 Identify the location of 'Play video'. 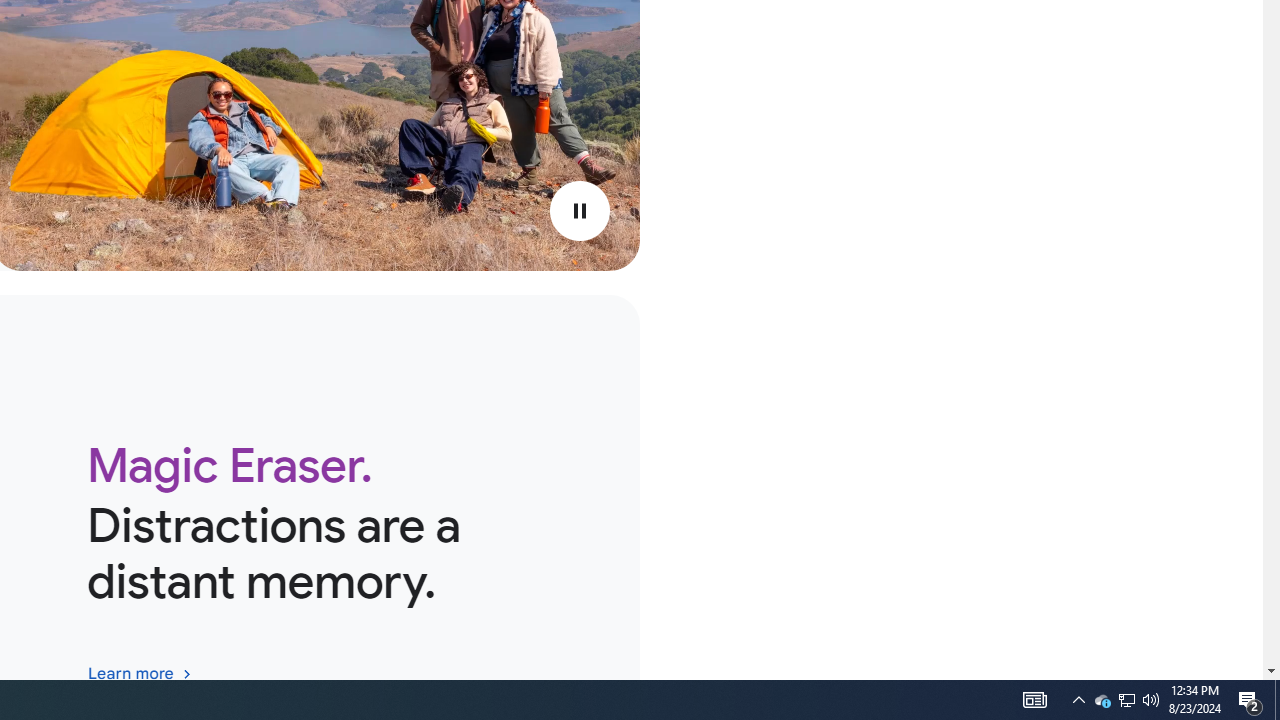
(578, 211).